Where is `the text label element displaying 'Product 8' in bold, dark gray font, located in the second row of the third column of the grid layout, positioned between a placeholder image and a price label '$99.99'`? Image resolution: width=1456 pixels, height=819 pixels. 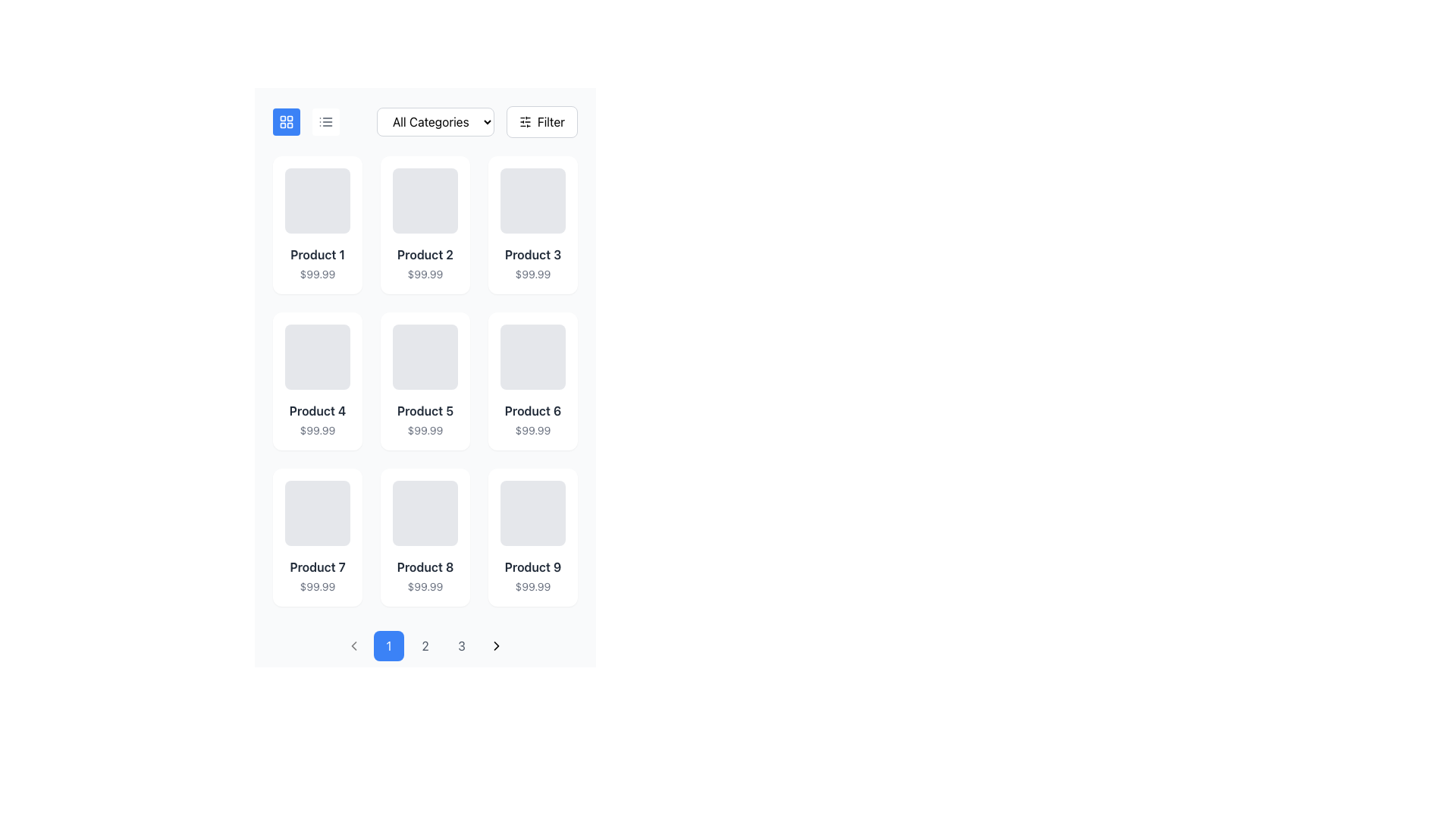 the text label element displaying 'Product 8' in bold, dark gray font, located in the second row of the third column of the grid layout, positioned between a placeholder image and a price label '$99.99' is located at coordinates (425, 567).